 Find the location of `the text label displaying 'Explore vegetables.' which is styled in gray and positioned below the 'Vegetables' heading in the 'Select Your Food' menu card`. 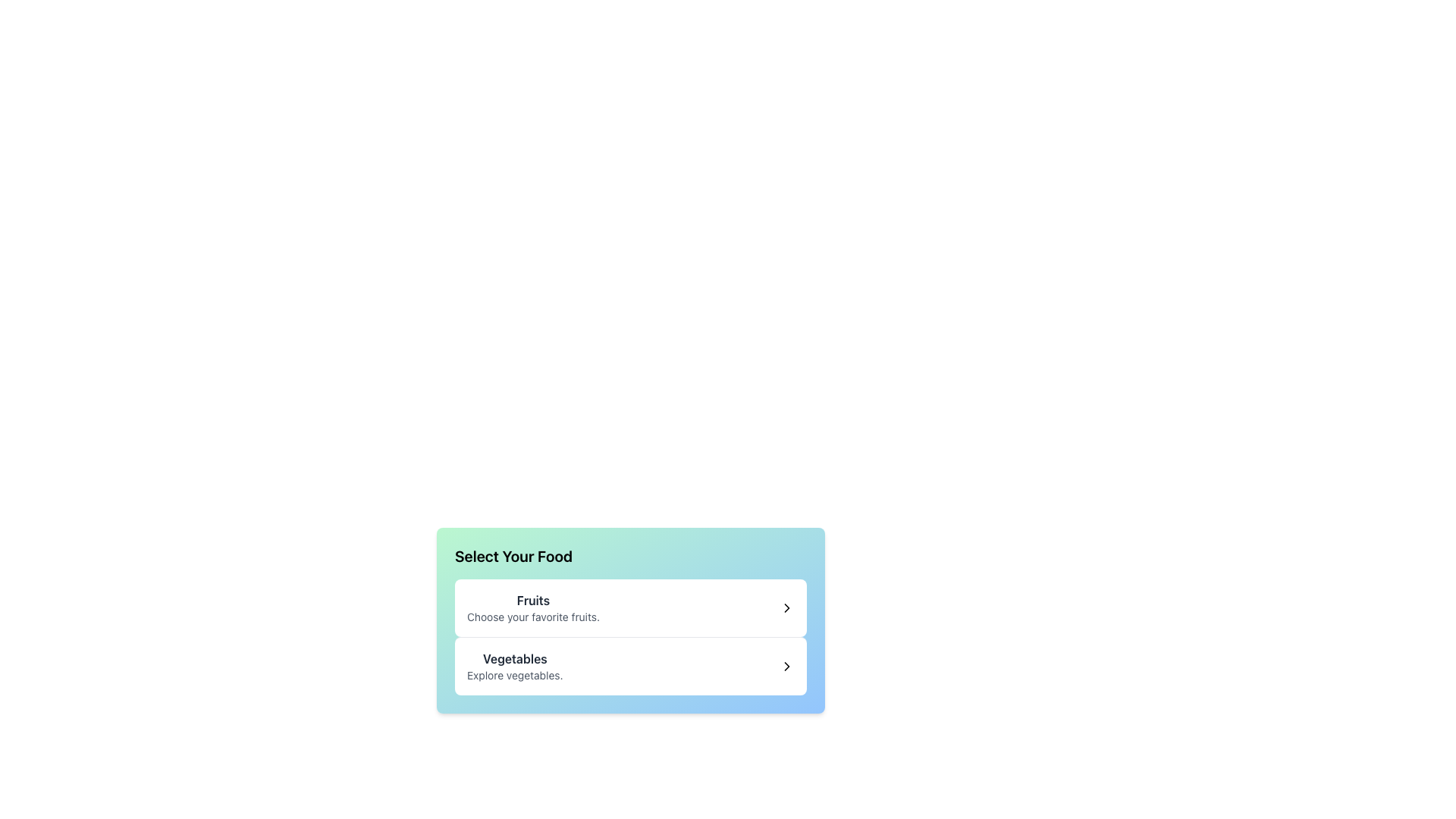

the text label displaying 'Explore vegetables.' which is styled in gray and positioned below the 'Vegetables' heading in the 'Select Your Food' menu card is located at coordinates (515, 675).